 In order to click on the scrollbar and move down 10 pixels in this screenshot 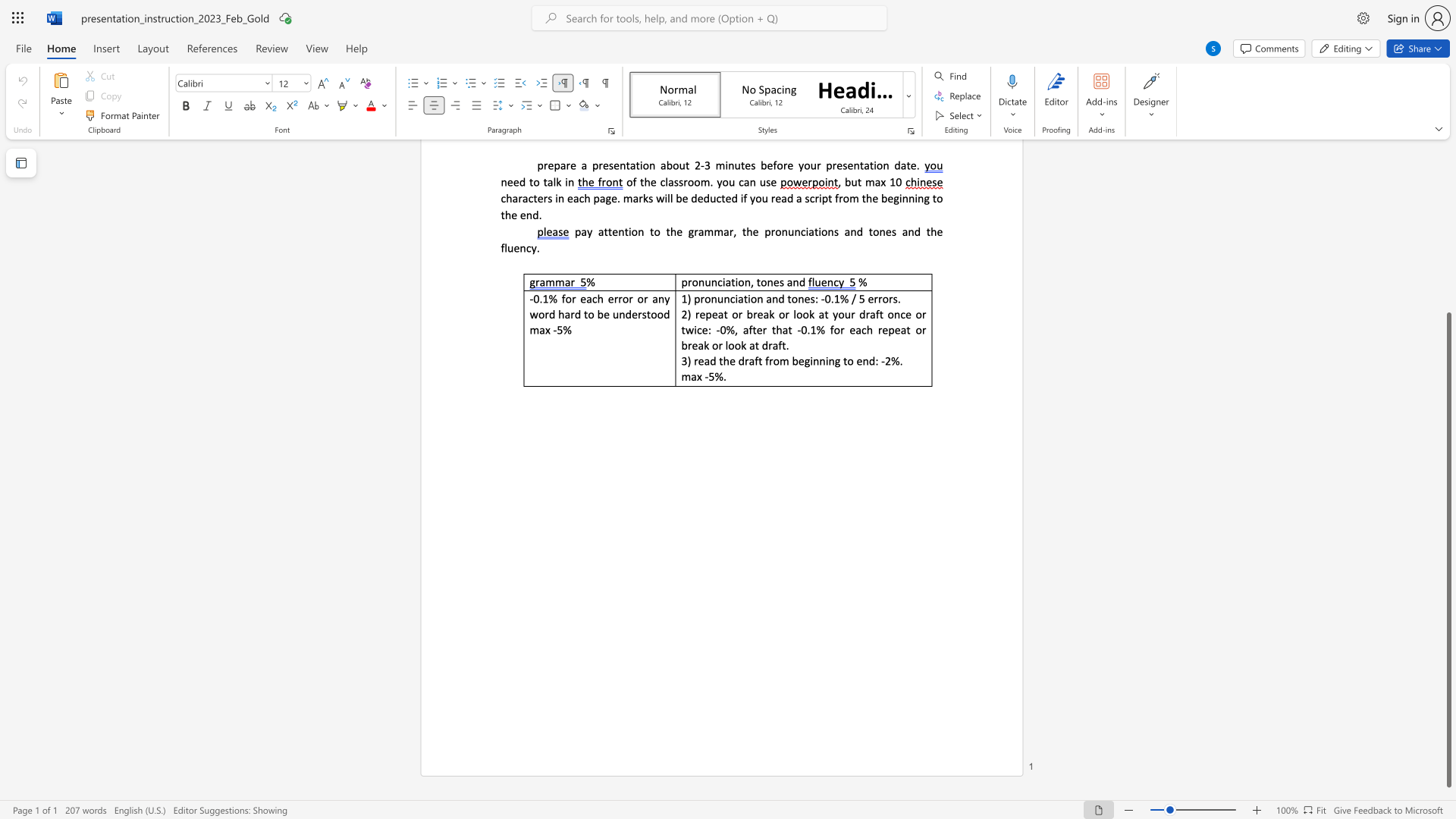, I will do `click(1448, 550)`.